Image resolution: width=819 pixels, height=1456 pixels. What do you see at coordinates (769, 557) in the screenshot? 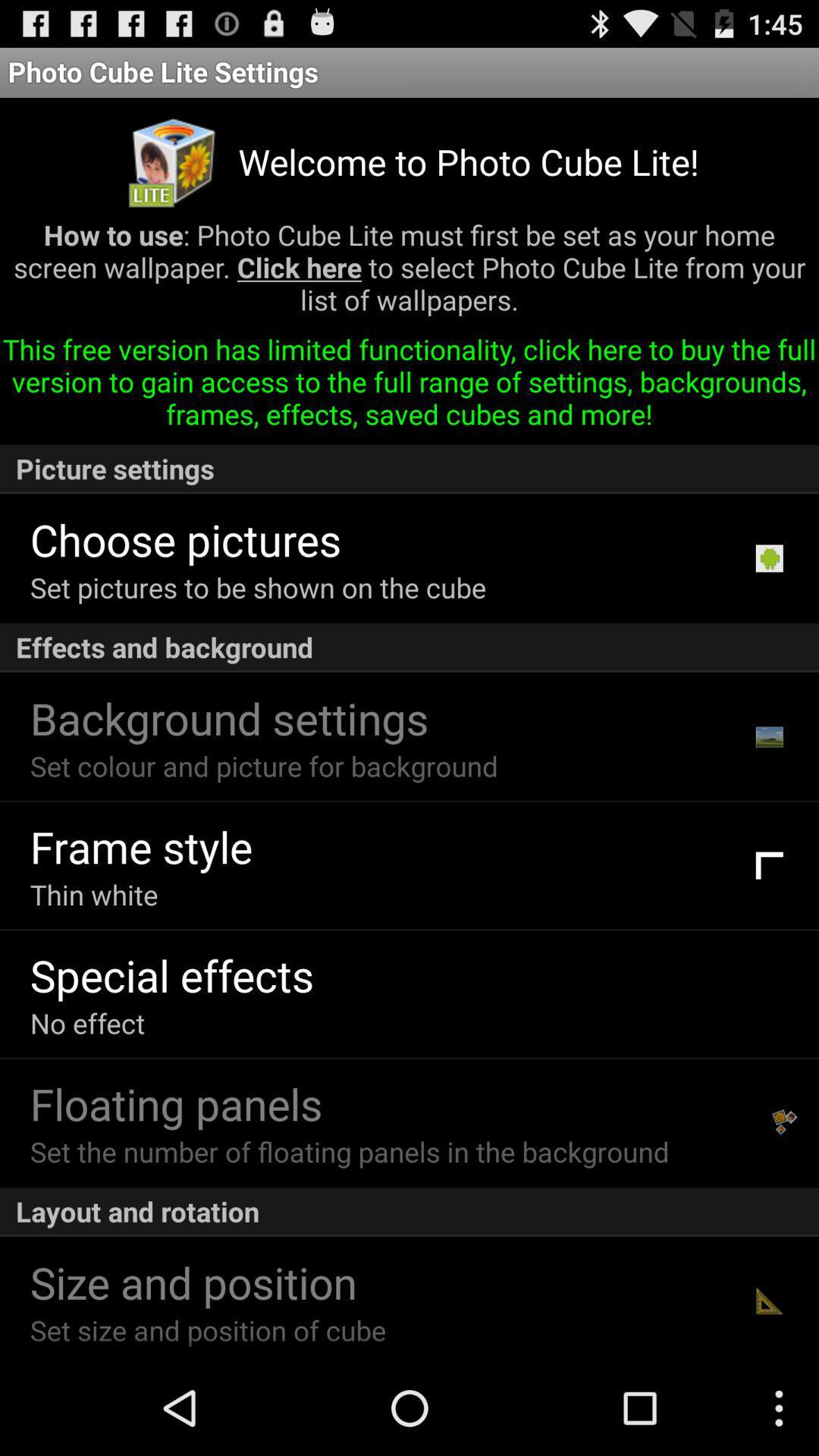
I see `the icon above effects and background item` at bounding box center [769, 557].